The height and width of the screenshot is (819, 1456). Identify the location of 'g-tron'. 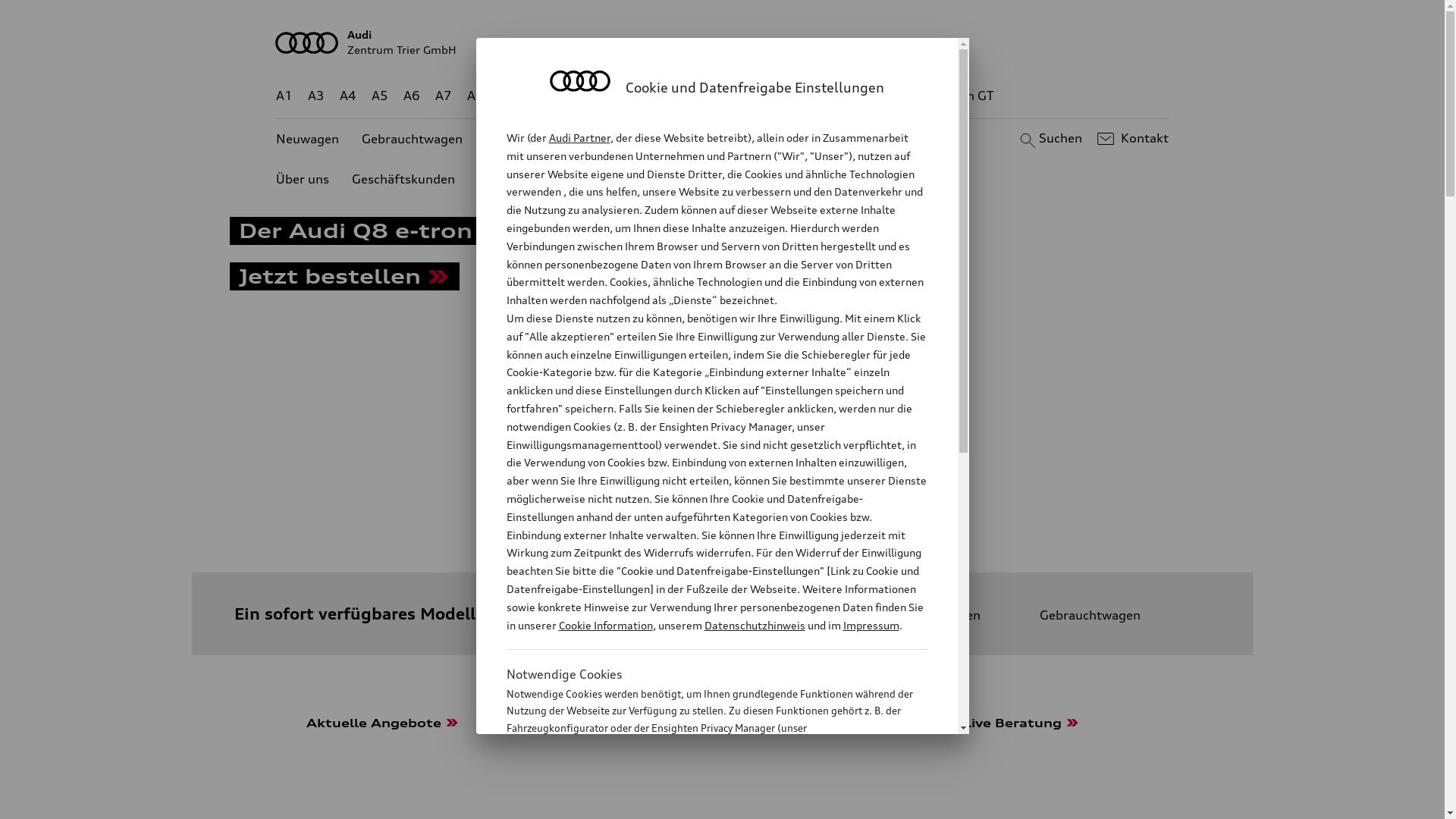
(902, 96).